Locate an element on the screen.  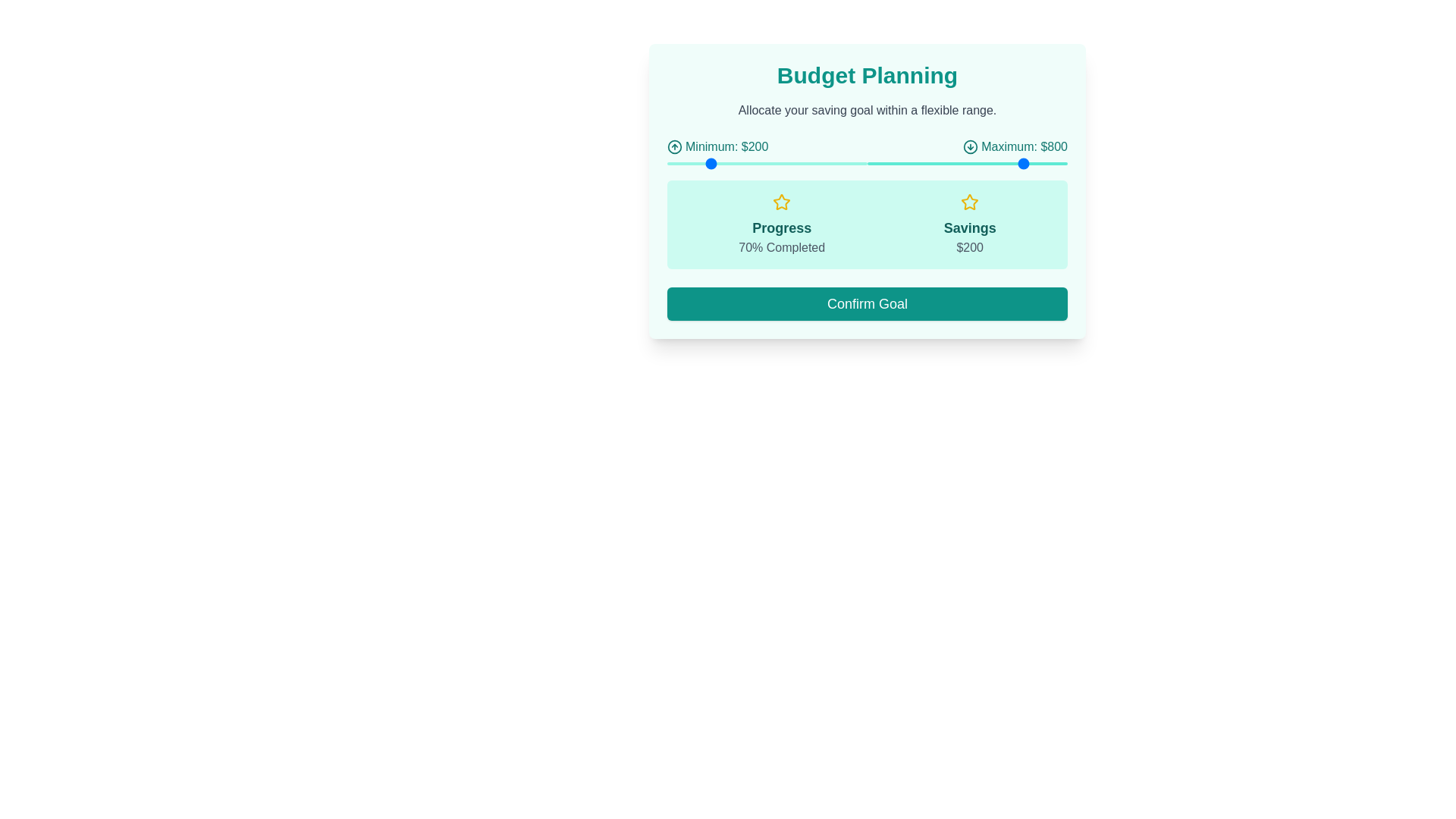
monetary value displayed in the Text label located in the 'Savings' sub-section at the bottom-right of the card, adjacent to the 'Savings' title is located at coordinates (969, 246).